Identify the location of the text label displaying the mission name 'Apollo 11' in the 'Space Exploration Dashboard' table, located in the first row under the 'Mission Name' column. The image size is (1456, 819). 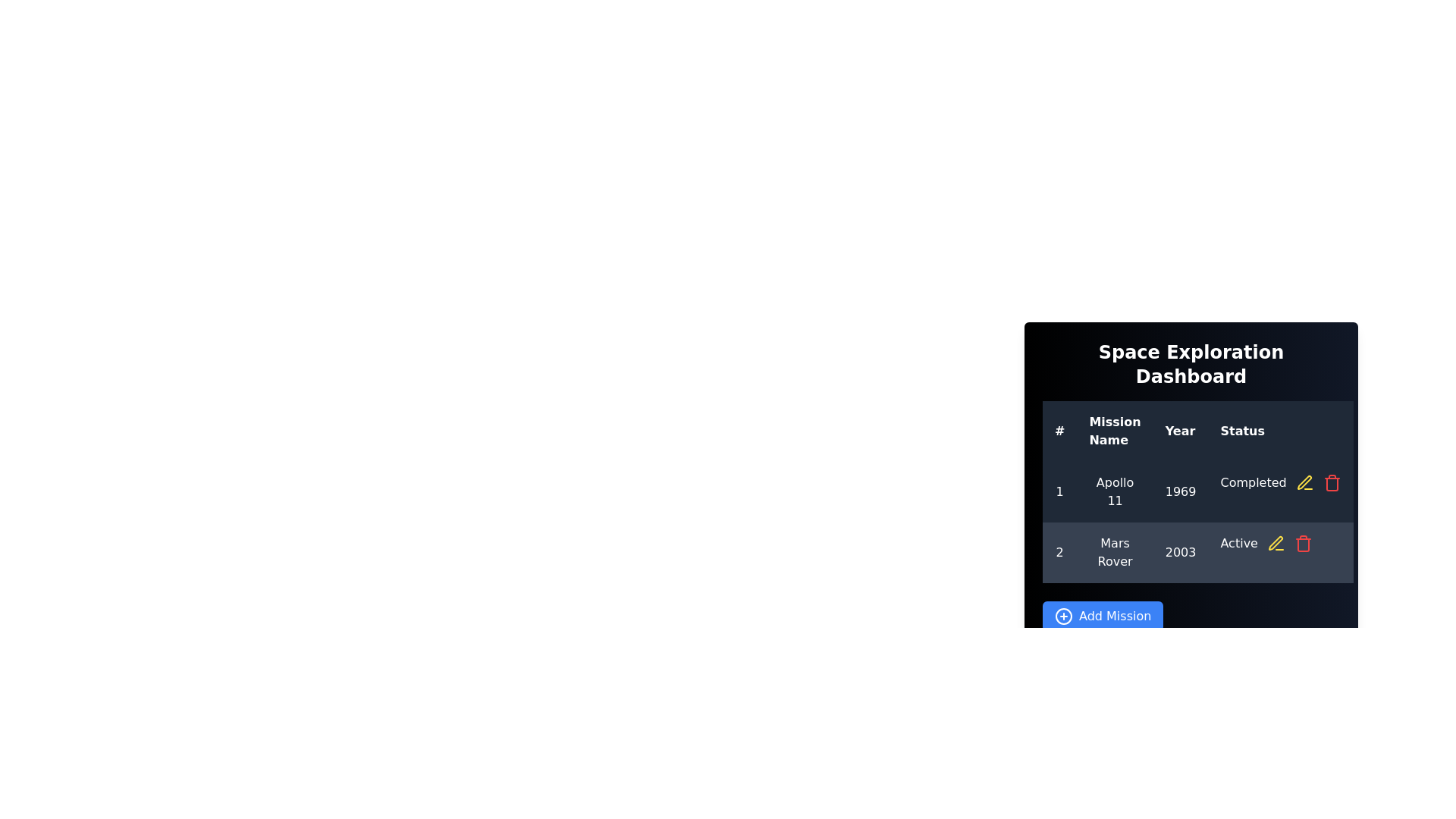
(1115, 491).